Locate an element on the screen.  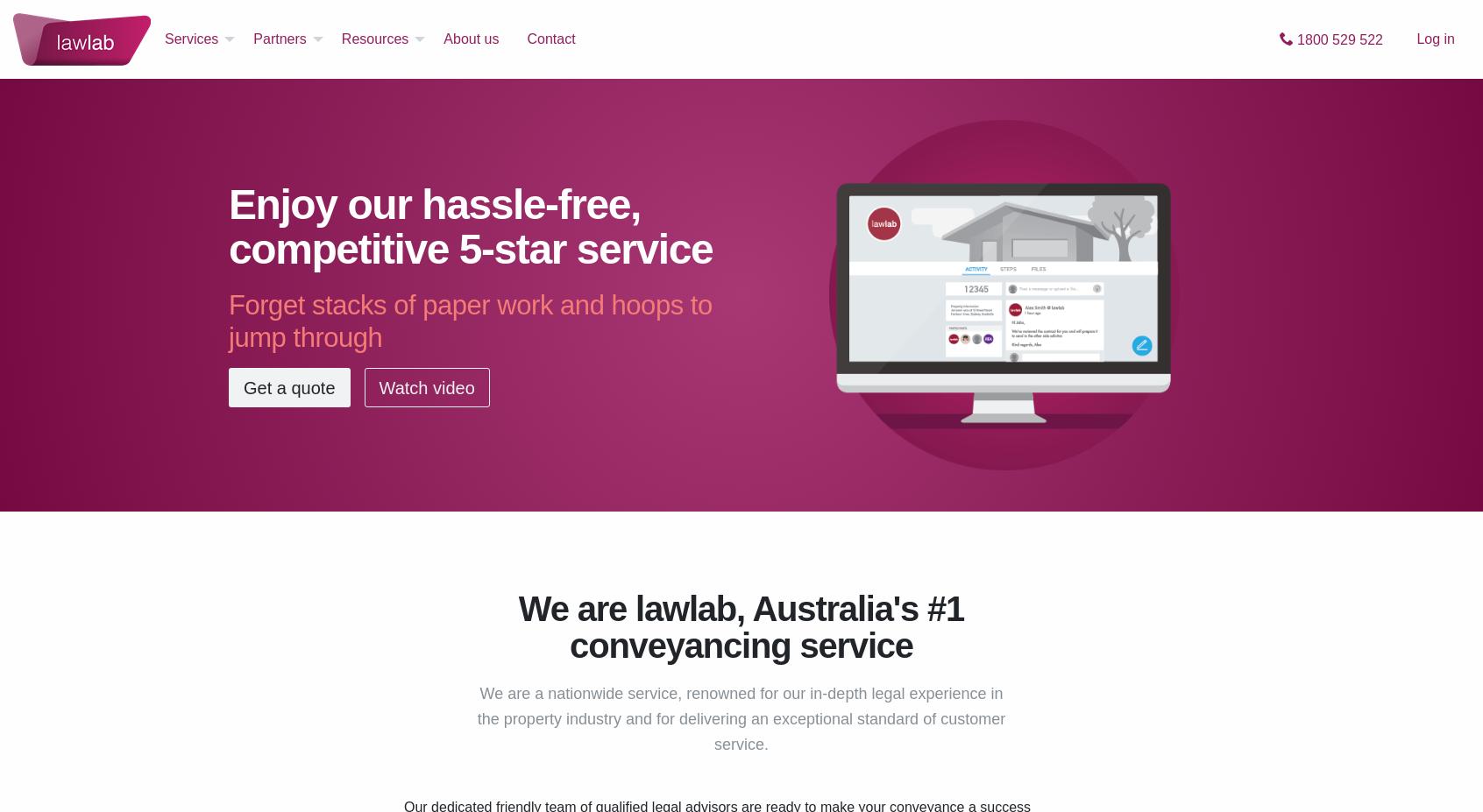
'Contact' is located at coordinates (550, 38).